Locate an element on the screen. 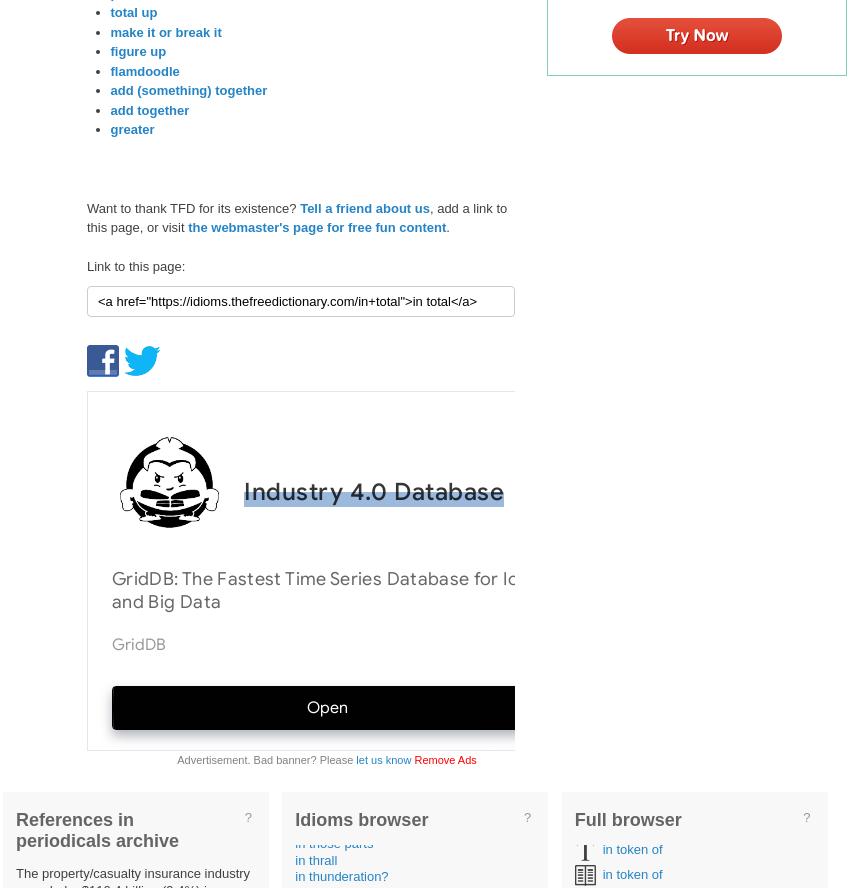  'Want to thank TFD for its existence?' is located at coordinates (86, 206).